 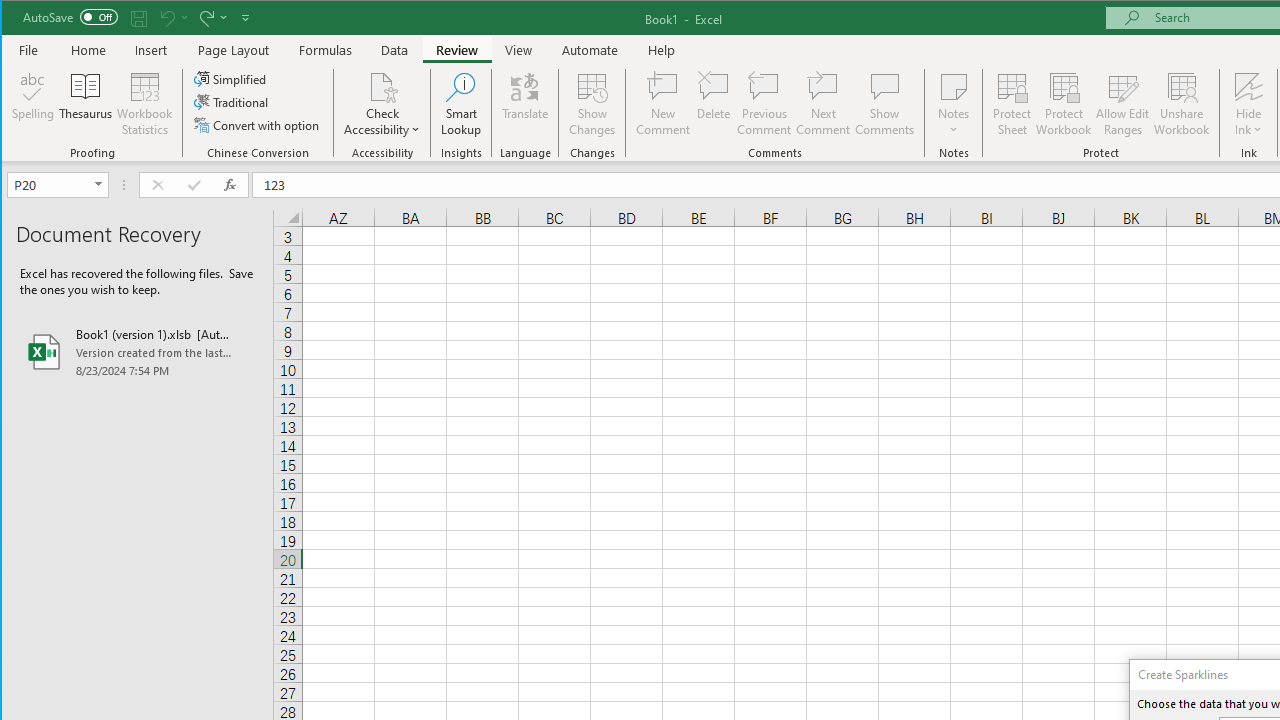 What do you see at coordinates (33, 104) in the screenshot?
I see `'Spelling...'` at bounding box center [33, 104].